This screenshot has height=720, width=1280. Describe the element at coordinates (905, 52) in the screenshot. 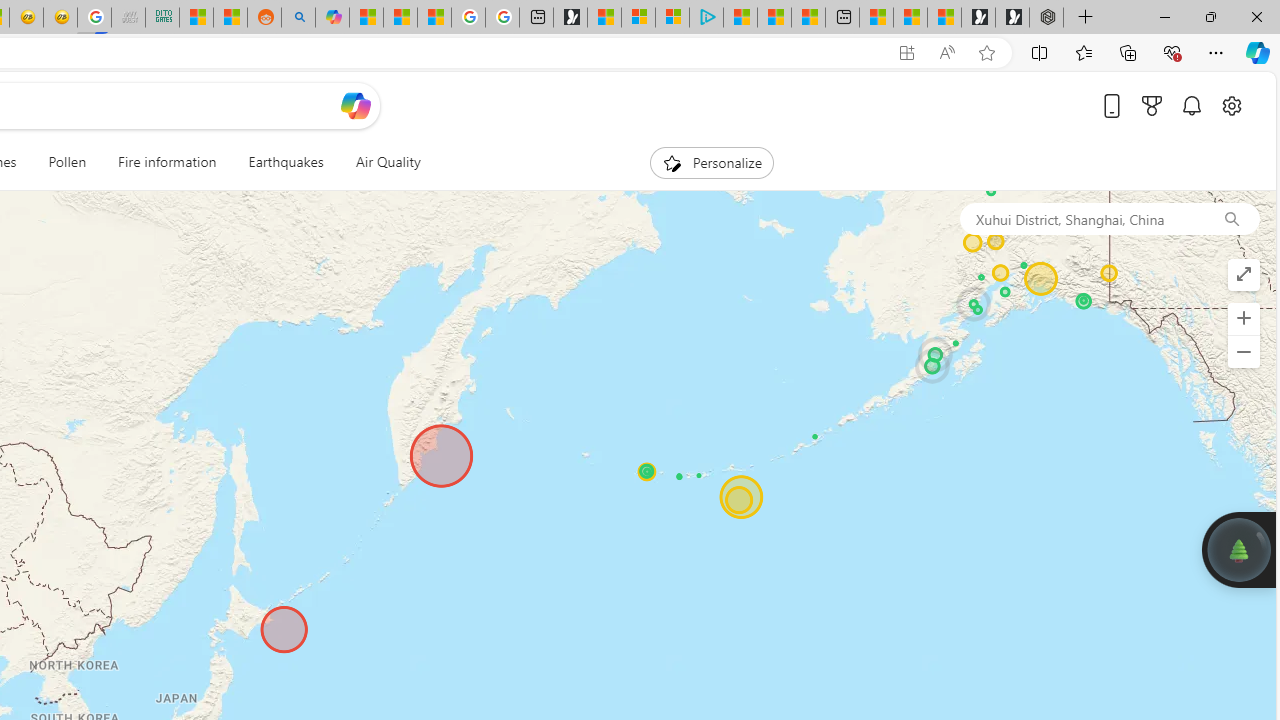

I see `'App available. Install Microsoft Start Weather'` at that location.